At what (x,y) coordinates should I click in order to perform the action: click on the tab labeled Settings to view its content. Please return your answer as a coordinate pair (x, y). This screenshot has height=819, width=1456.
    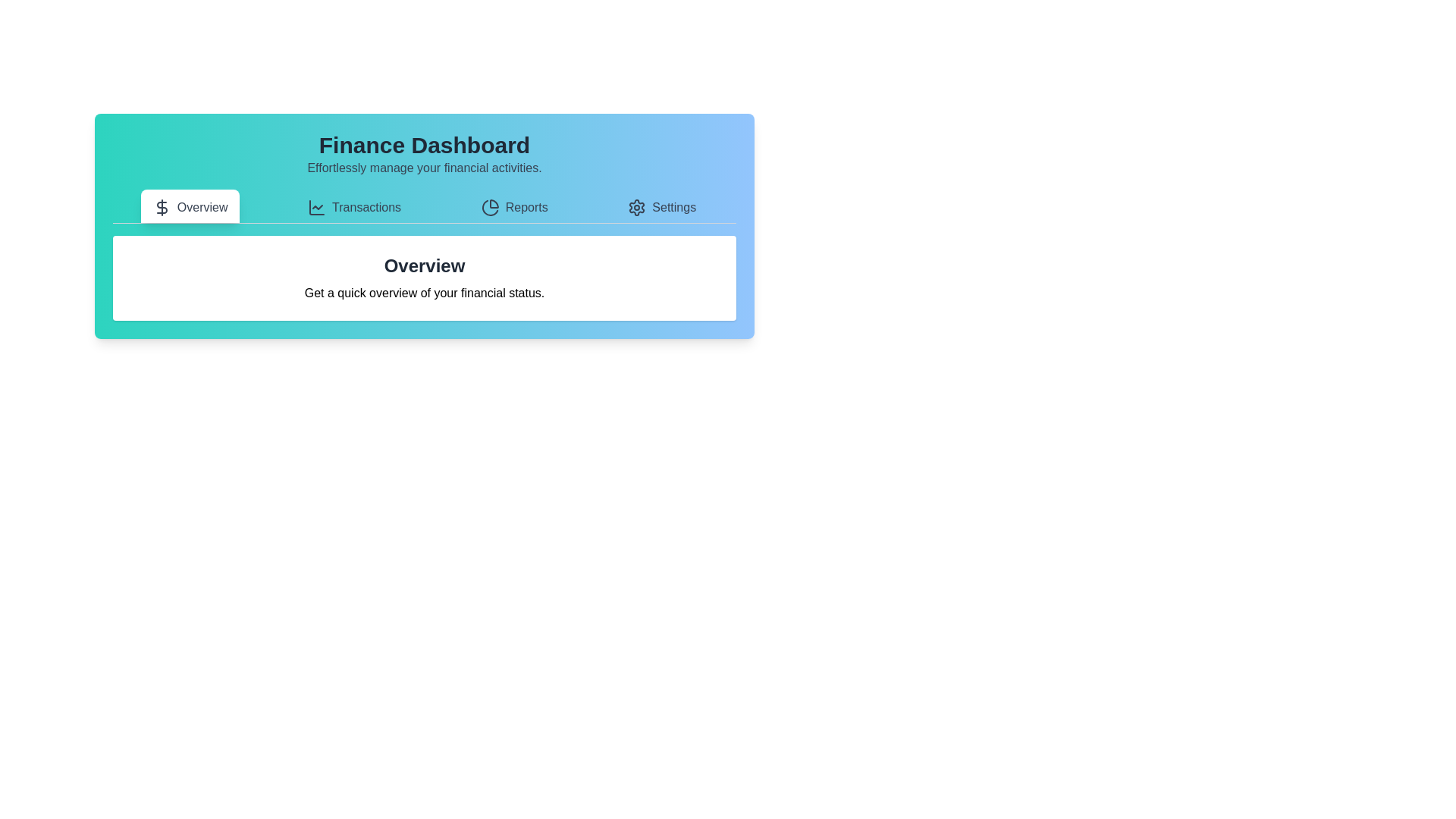
    Looking at the image, I should click on (662, 206).